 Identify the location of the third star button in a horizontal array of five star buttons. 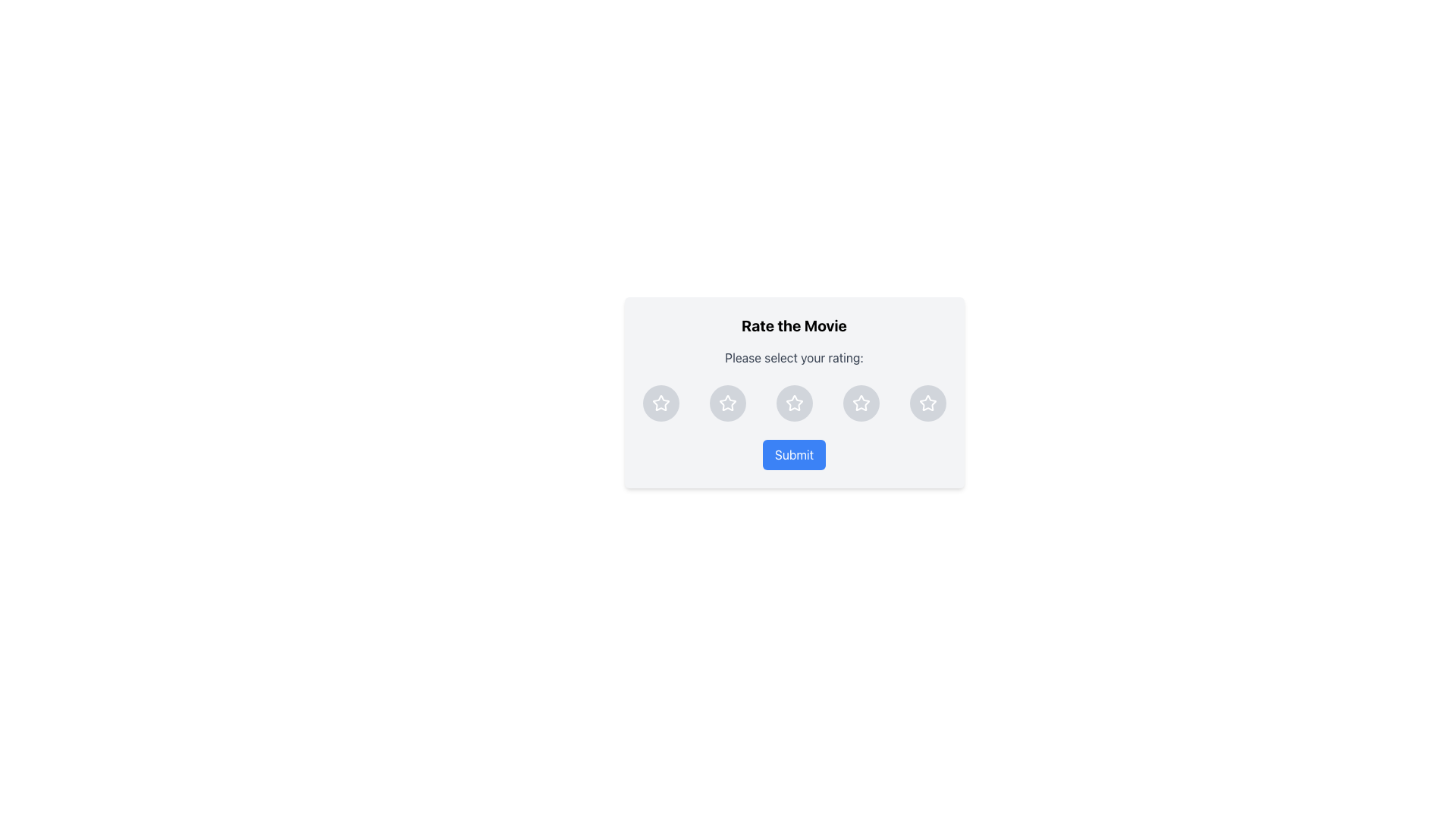
(793, 403).